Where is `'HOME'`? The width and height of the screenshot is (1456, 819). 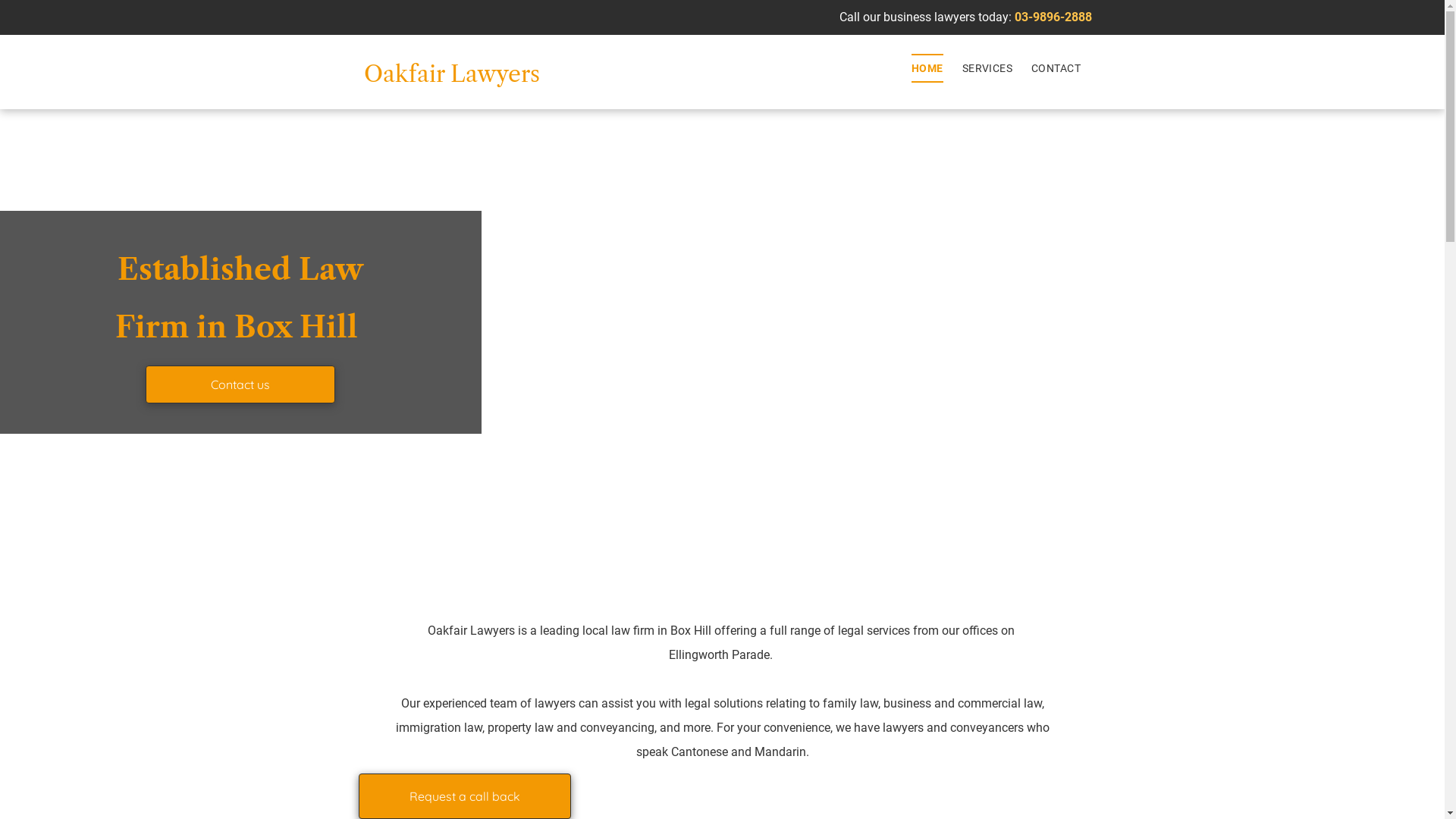
'HOME' is located at coordinates (917, 67).